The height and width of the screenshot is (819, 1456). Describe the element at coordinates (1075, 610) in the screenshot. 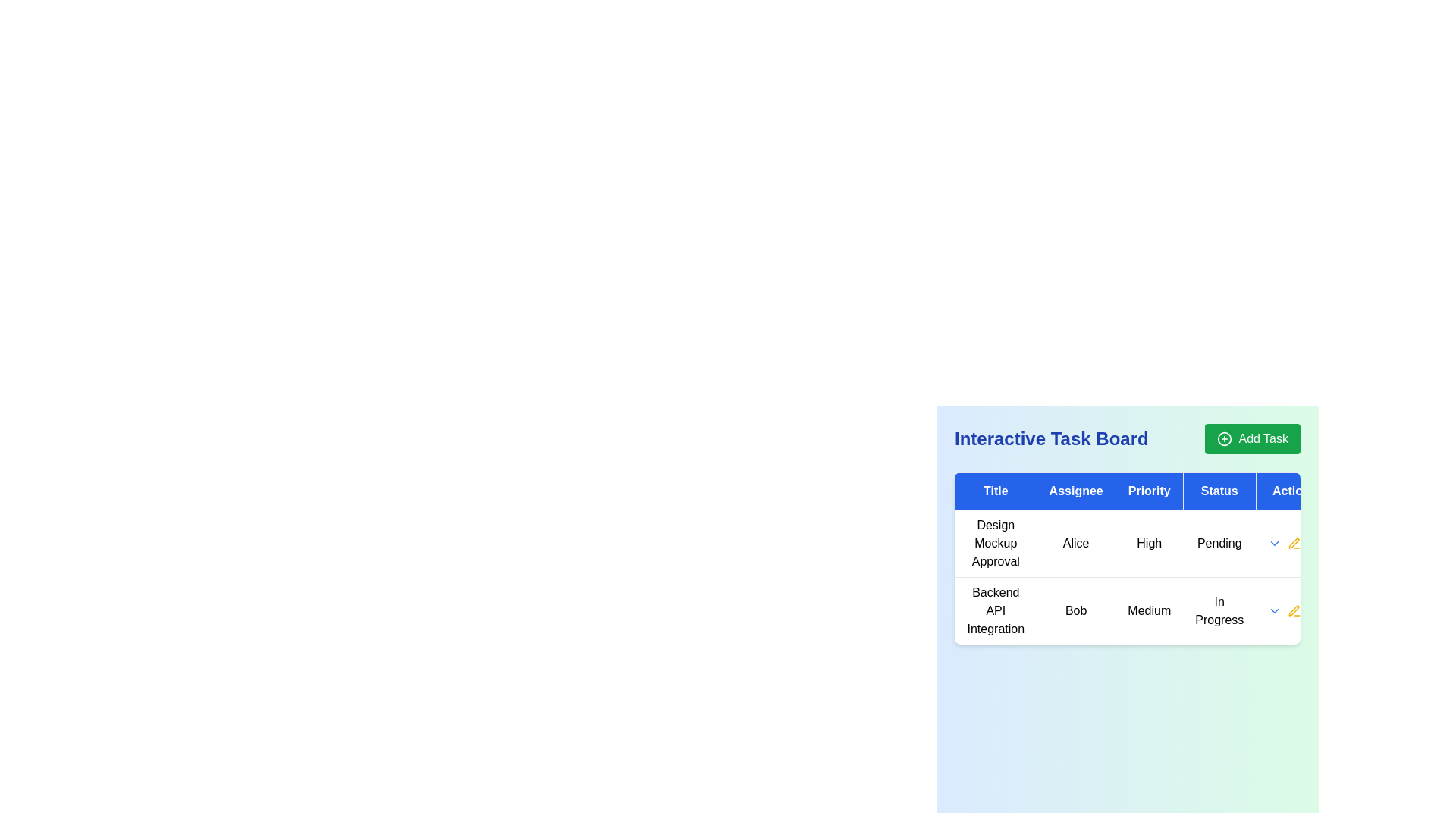

I see `the static text label displaying the name 'Bob' in the 'Assignee' column of the Interactive Task Board interface` at that location.